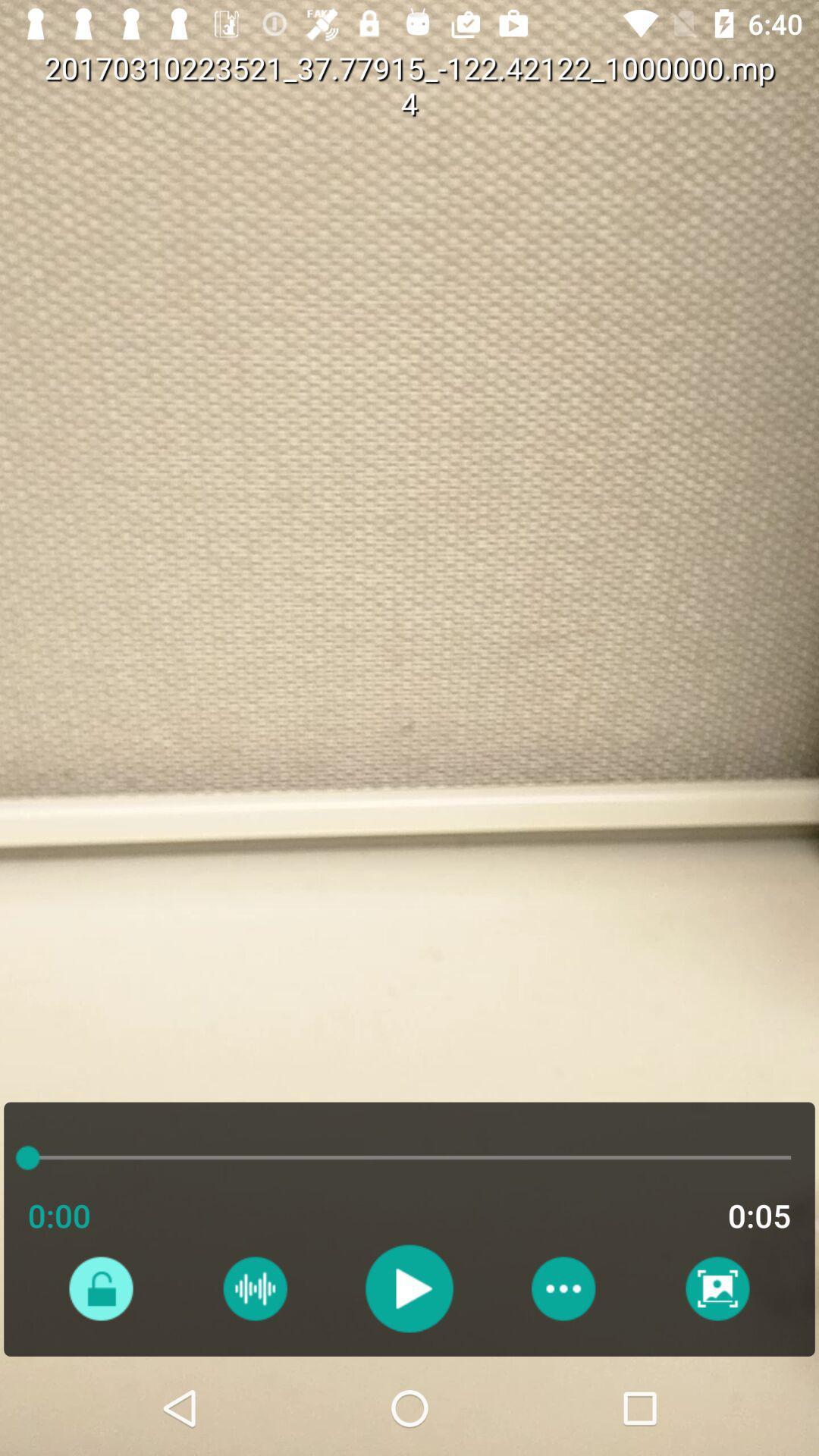  I want to click on unlock, so click(101, 1288).